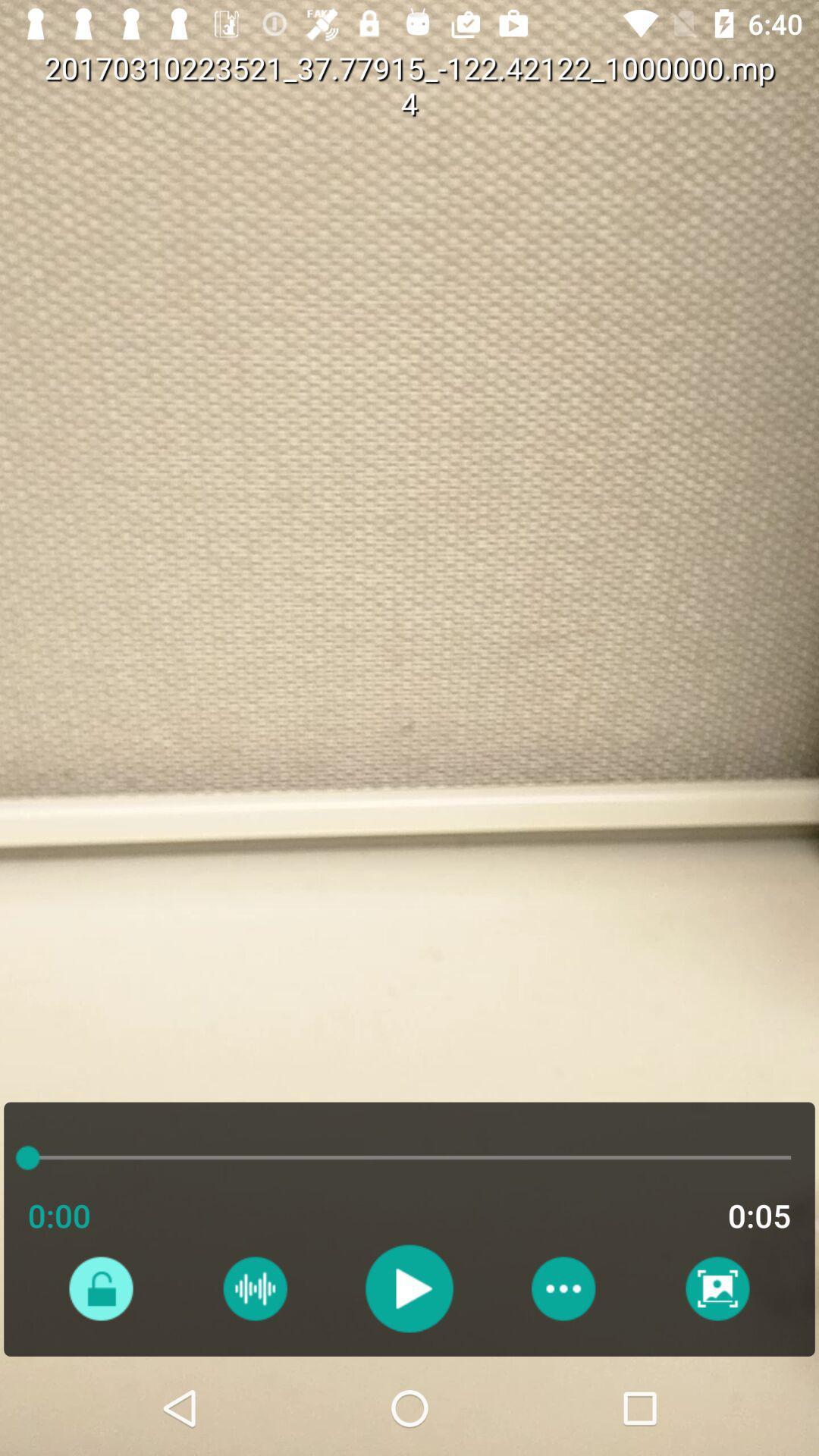  I want to click on unlock, so click(101, 1288).